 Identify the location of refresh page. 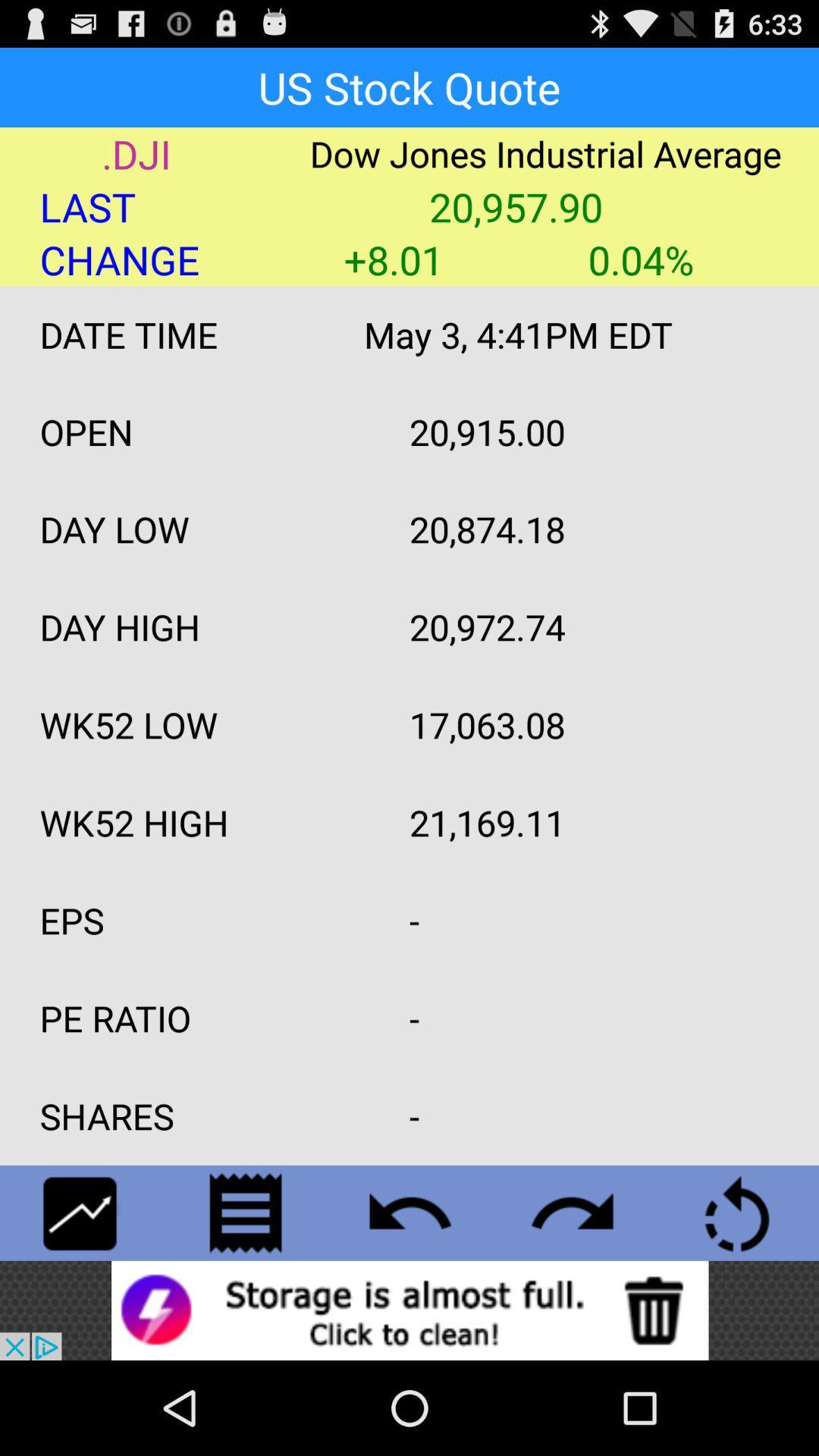
(736, 1212).